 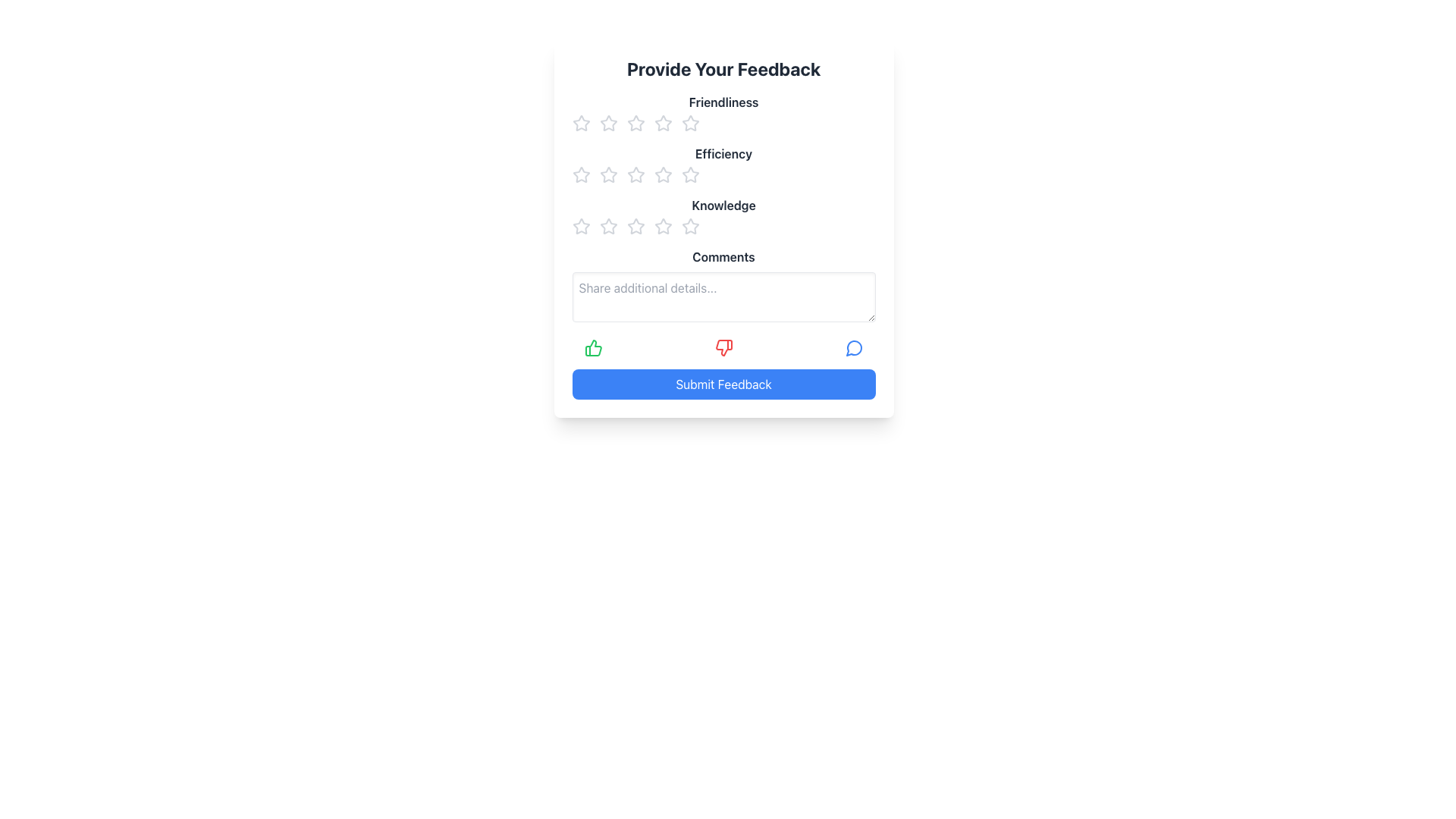 I want to click on the third star in the horizontal row of five representing the 'Friendliness' feedback category, so click(x=663, y=122).